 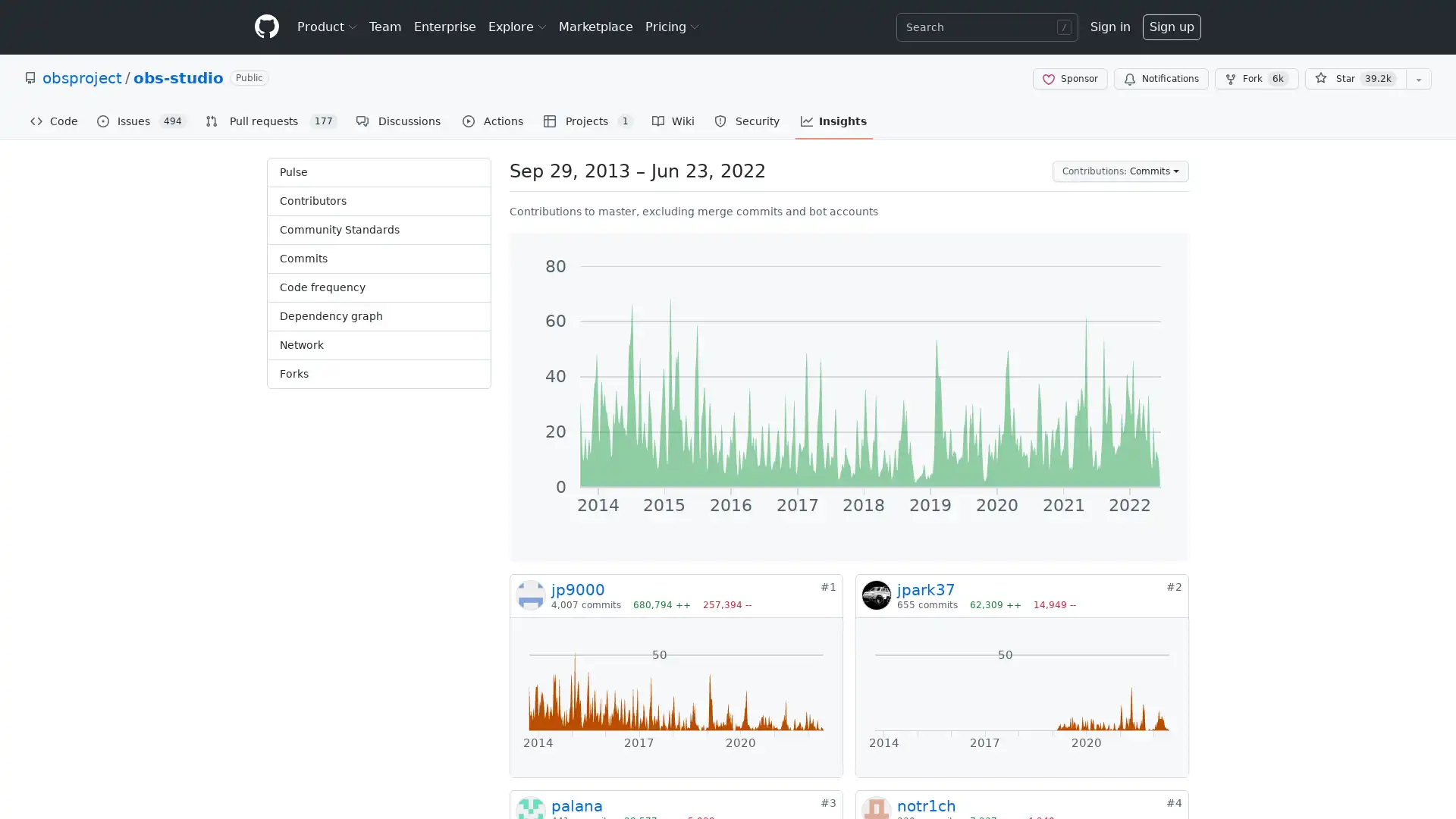 I want to click on Sponsor, so click(x=1069, y=79).